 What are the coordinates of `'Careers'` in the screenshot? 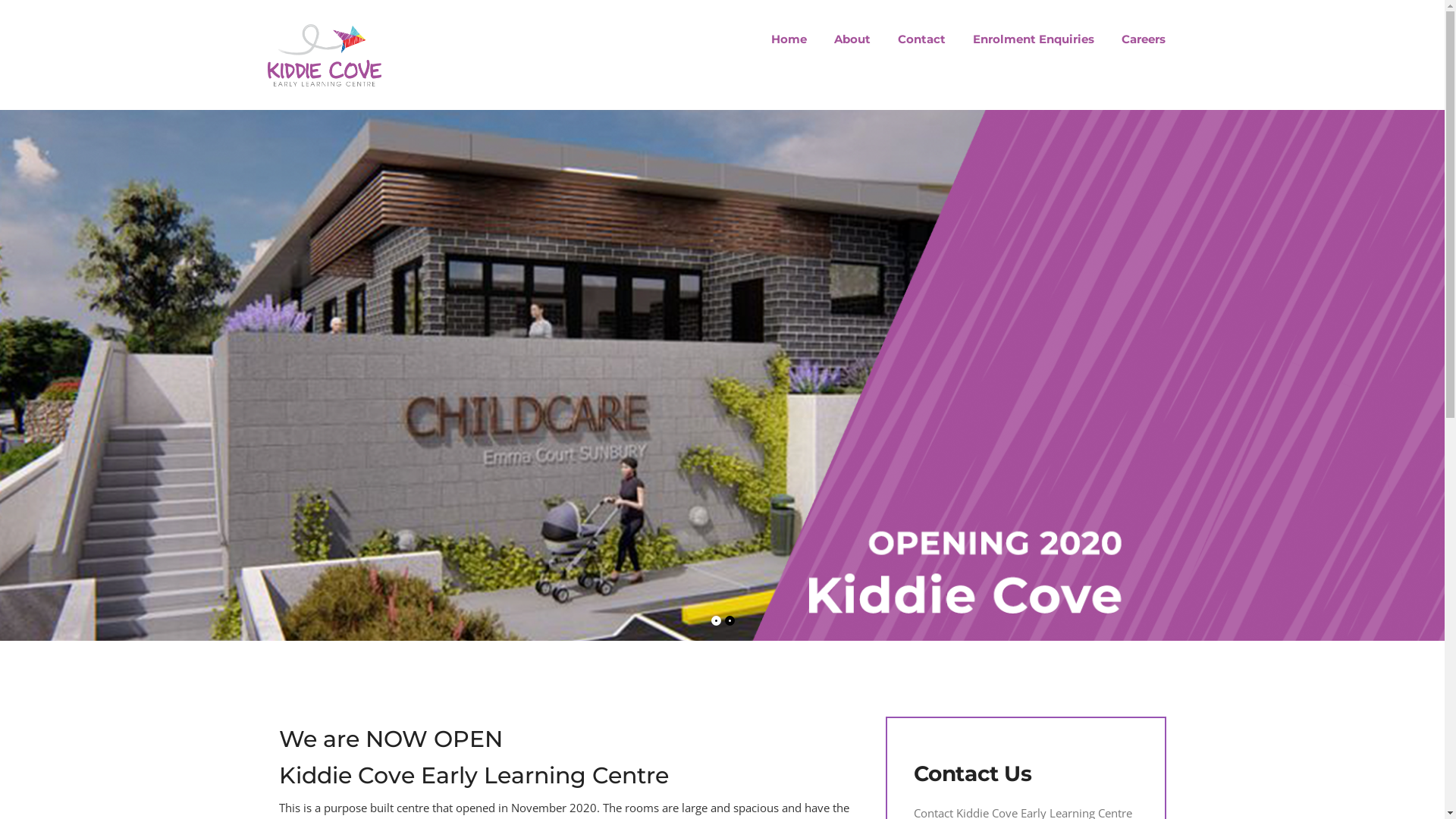 It's located at (1136, 38).